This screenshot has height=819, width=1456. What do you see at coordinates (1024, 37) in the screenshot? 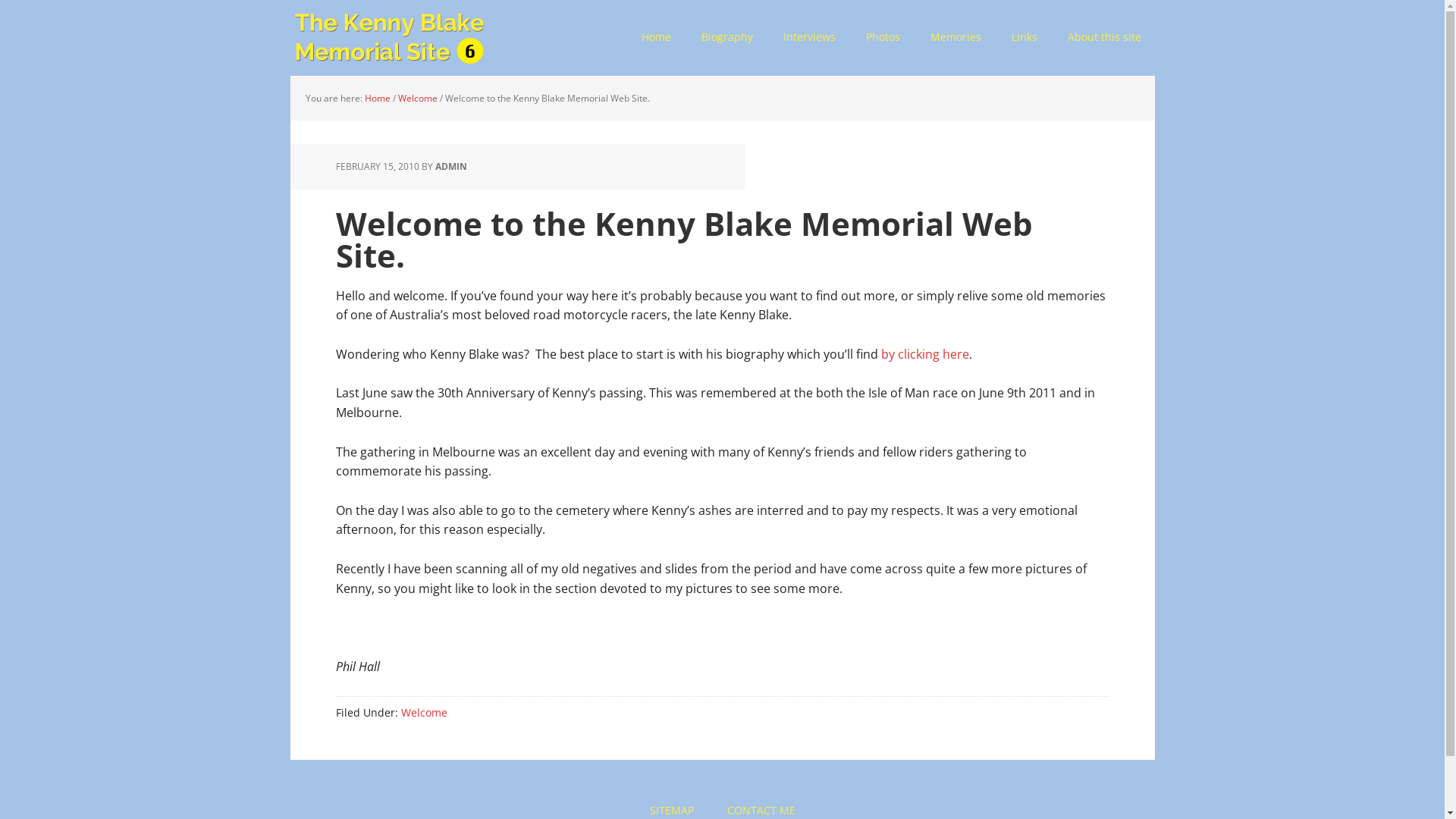
I see `'Links'` at bounding box center [1024, 37].